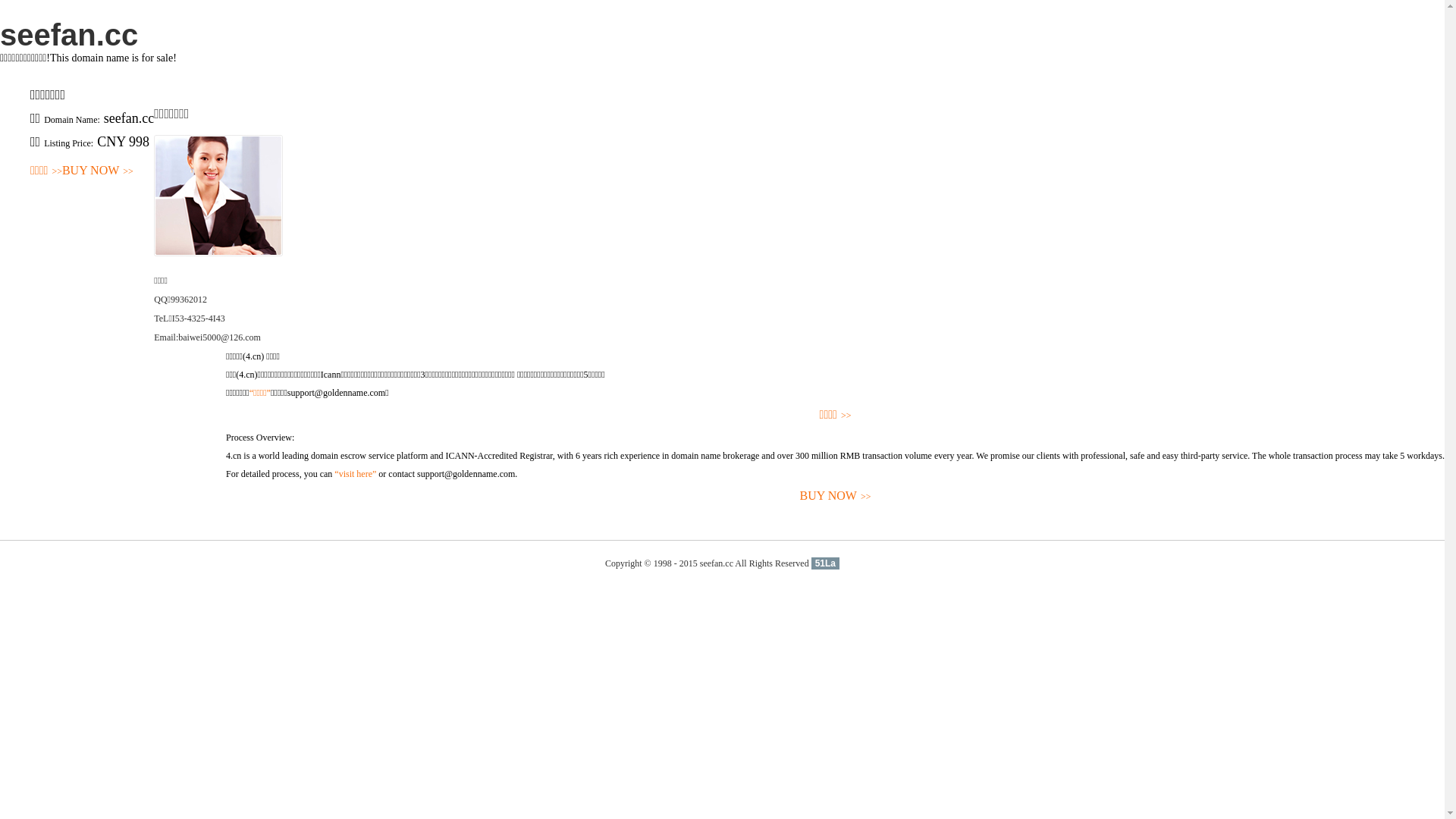 The image size is (1456, 819). I want to click on '51La', so click(824, 563).